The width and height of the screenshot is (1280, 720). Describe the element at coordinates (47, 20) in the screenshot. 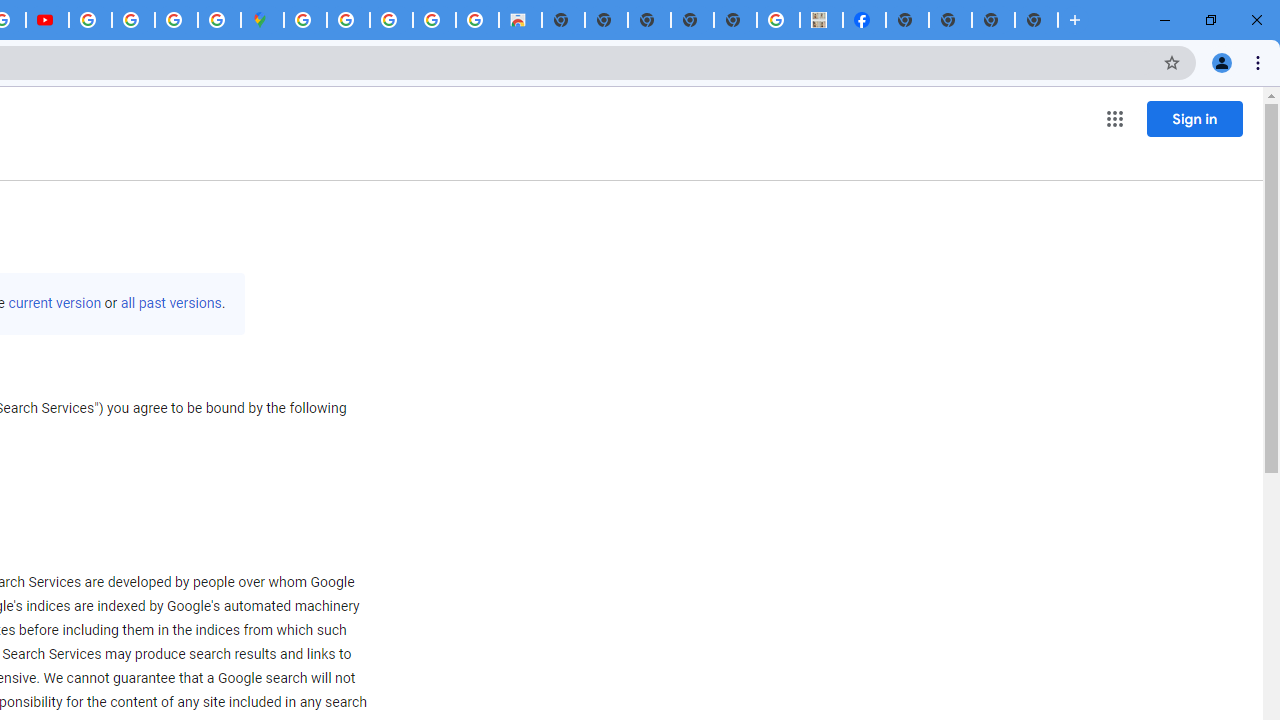

I see `'Subscriptions - YouTube'` at that location.